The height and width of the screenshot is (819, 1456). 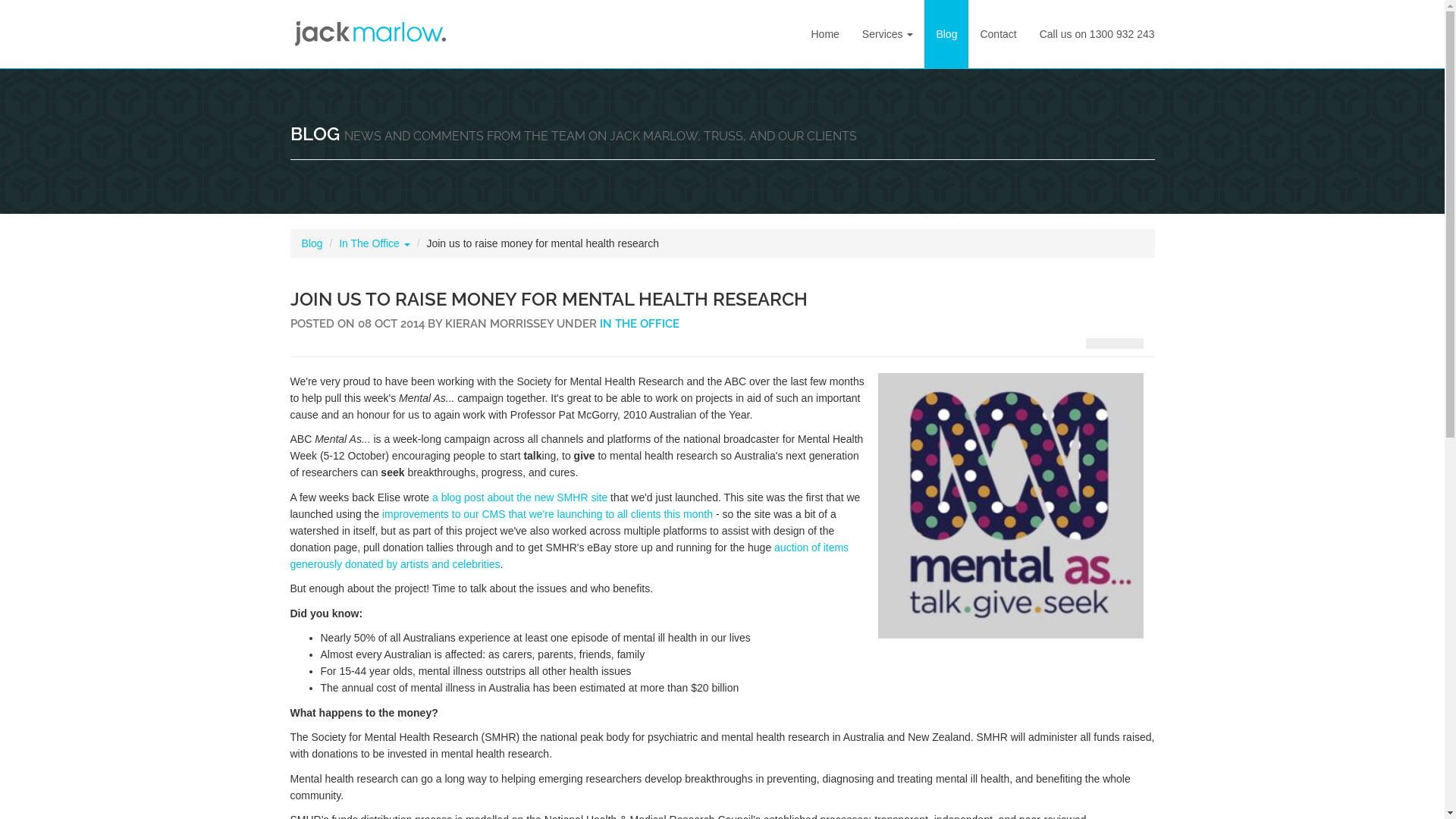 I want to click on 'Services', so click(x=888, y=34).